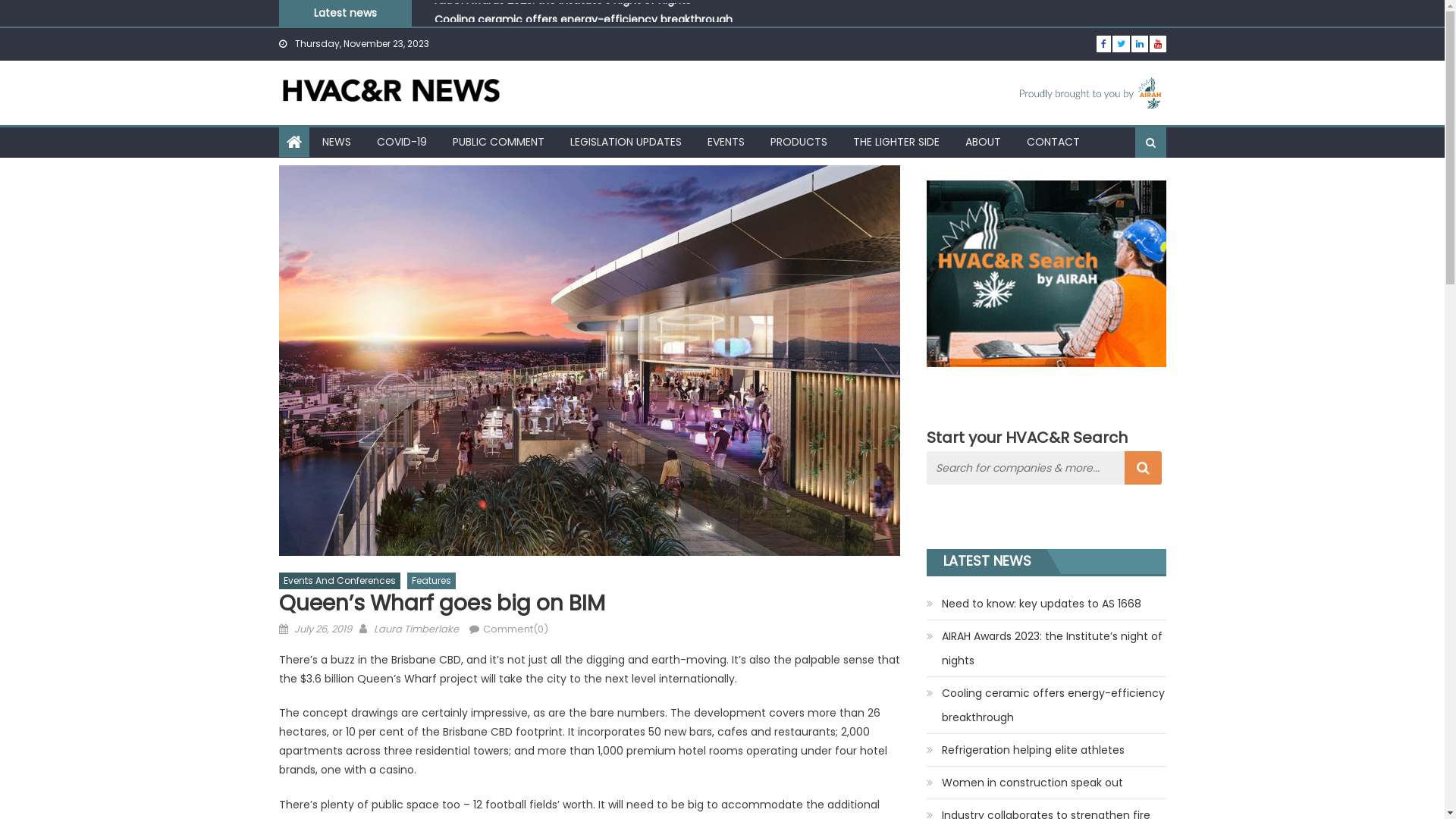 This screenshot has height=819, width=1456. What do you see at coordinates (1025, 783) in the screenshot?
I see `'Women in construction speak out'` at bounding box center [1025, 783].